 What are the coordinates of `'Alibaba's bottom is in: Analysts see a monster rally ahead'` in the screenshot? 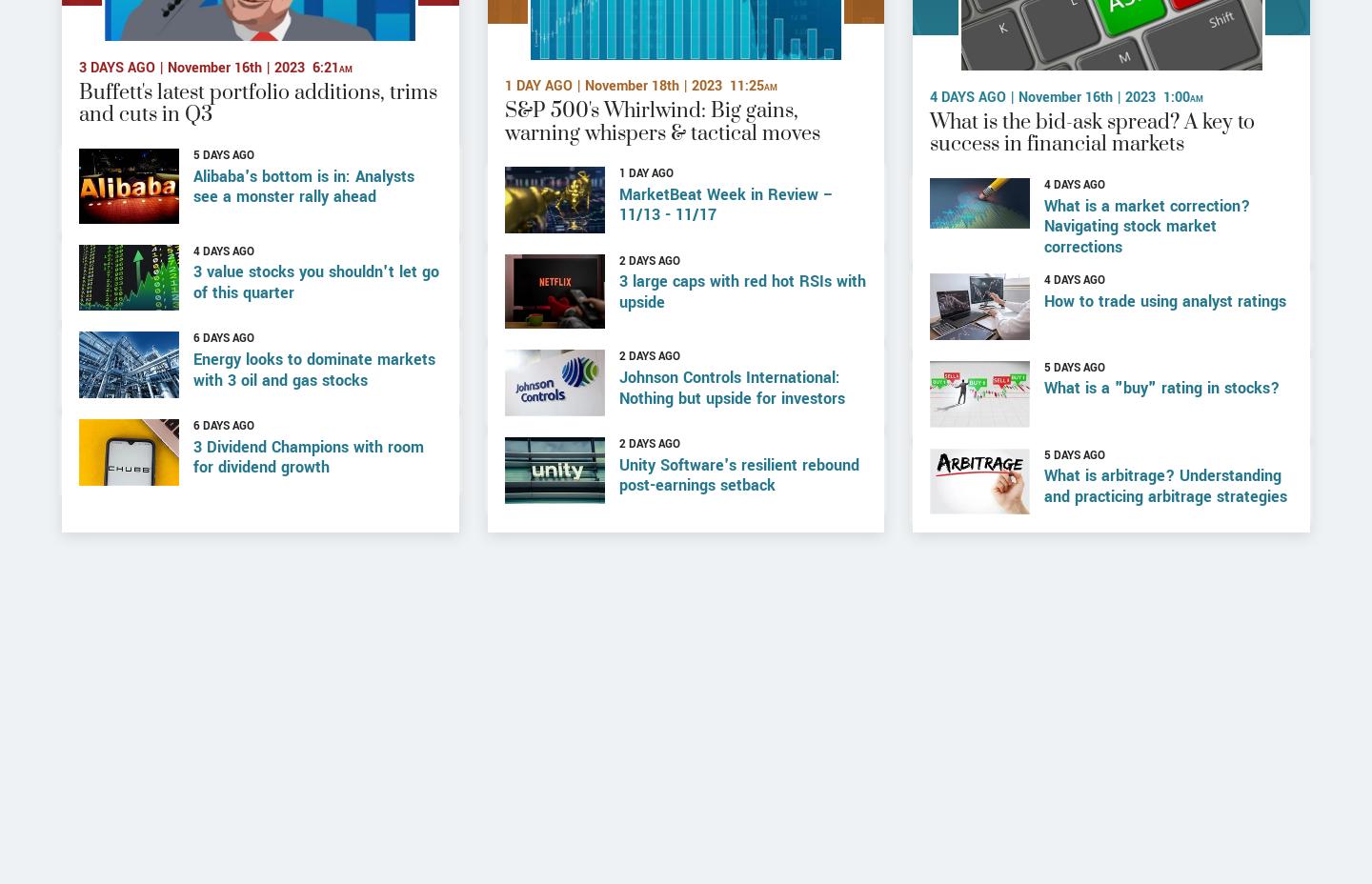 It's located at (303, 247).